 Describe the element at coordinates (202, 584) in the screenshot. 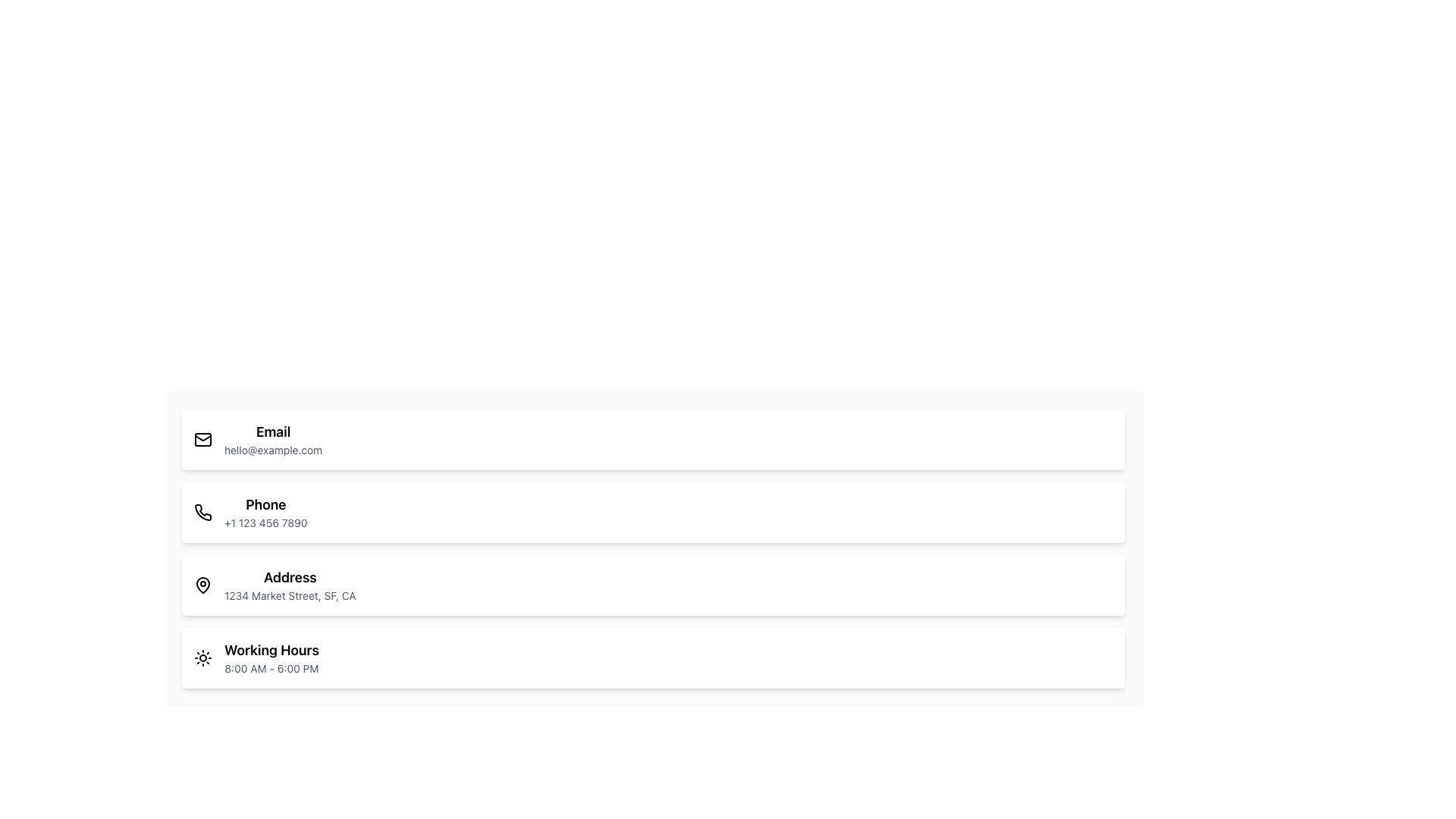

I see `the heart shape inside the map pin icon, which is located to the left of the 'Address' contact information item in the third row of the contact details card` at that location.